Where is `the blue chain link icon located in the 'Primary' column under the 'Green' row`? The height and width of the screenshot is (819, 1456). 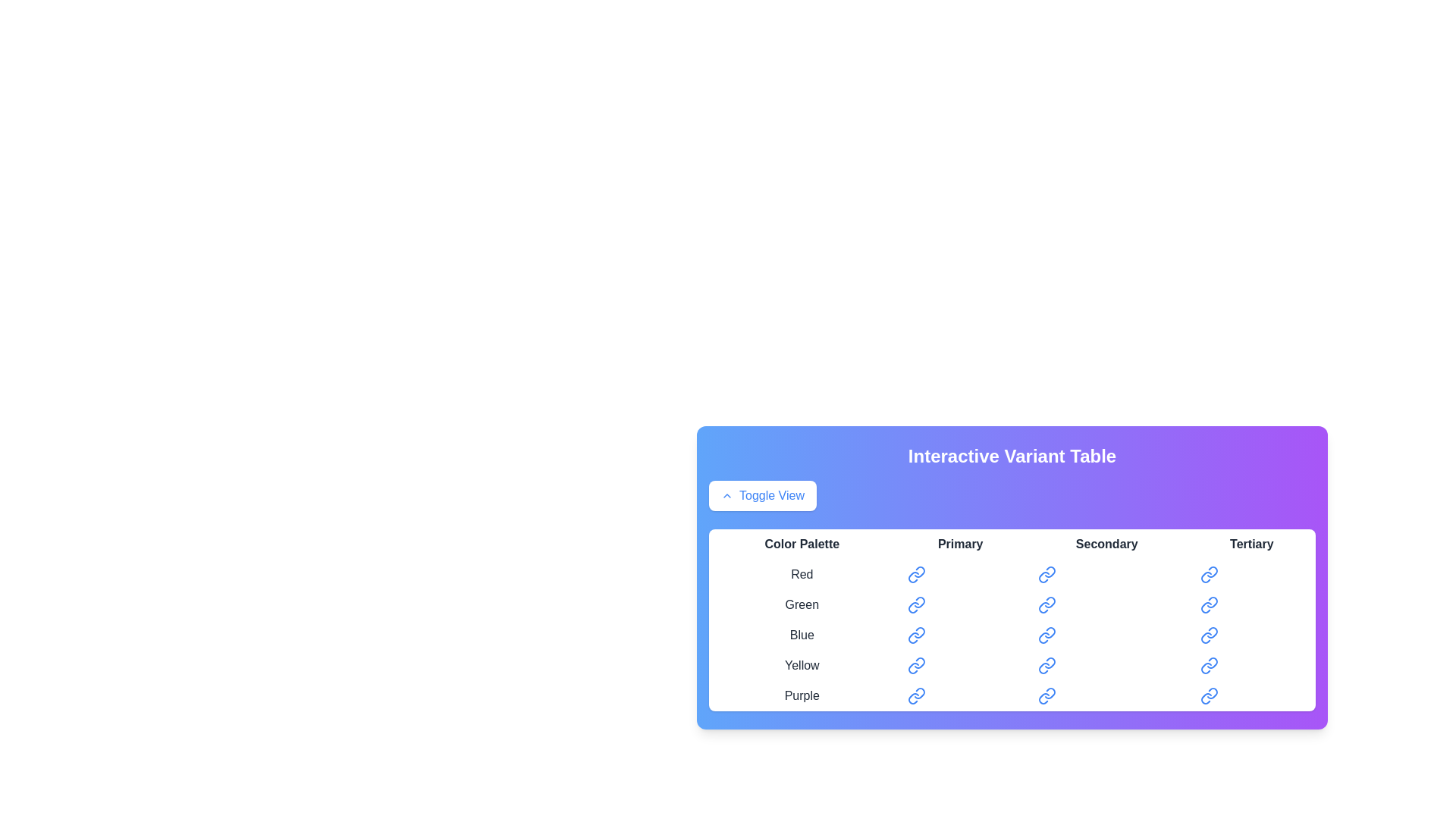 the blue chain link icon located in the 'Primary' column under the 'Green' row is located at coordinates (912, 607).